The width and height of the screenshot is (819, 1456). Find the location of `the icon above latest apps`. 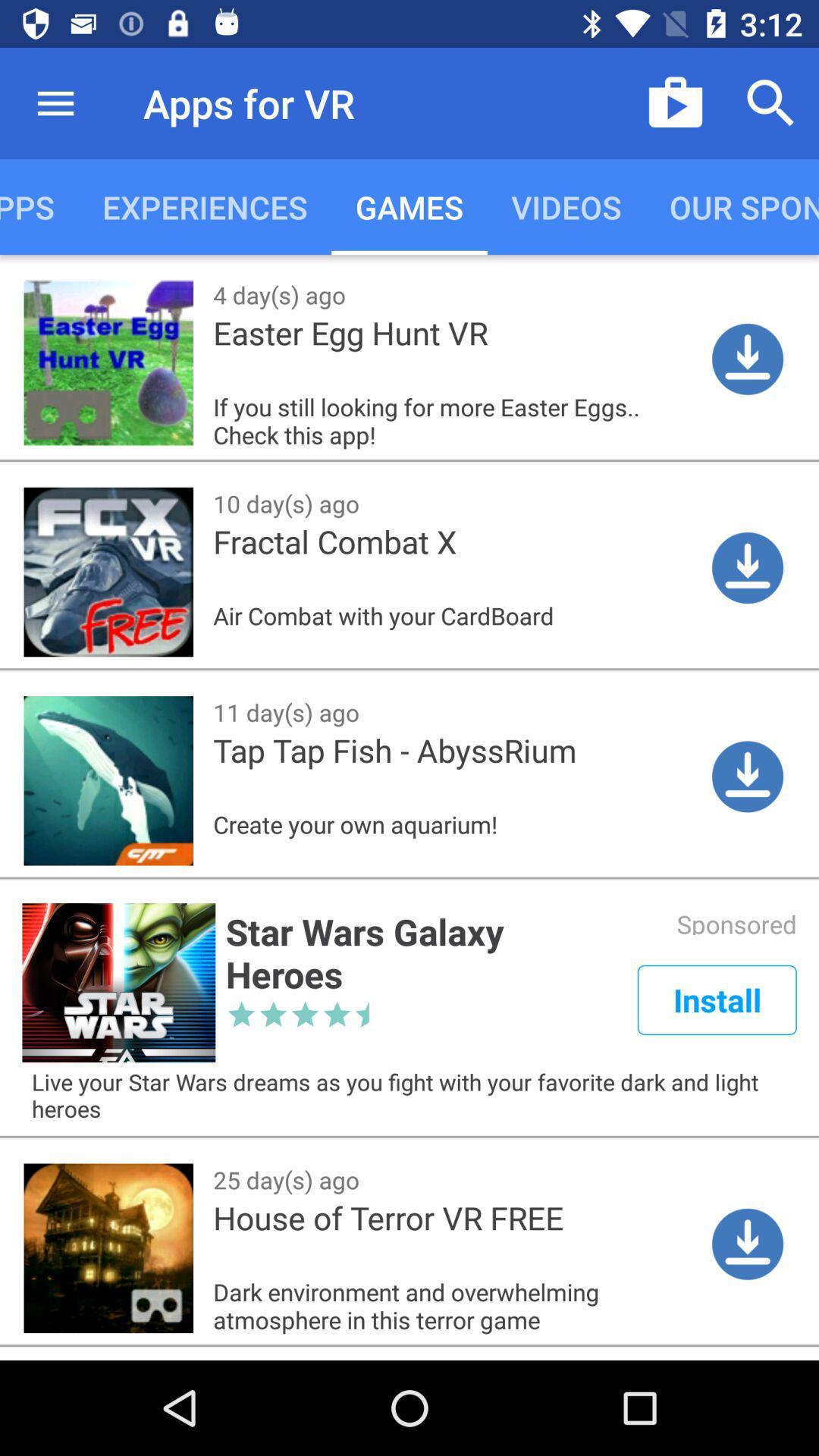

the icon above latest apps is located at coordinates (55, 102).